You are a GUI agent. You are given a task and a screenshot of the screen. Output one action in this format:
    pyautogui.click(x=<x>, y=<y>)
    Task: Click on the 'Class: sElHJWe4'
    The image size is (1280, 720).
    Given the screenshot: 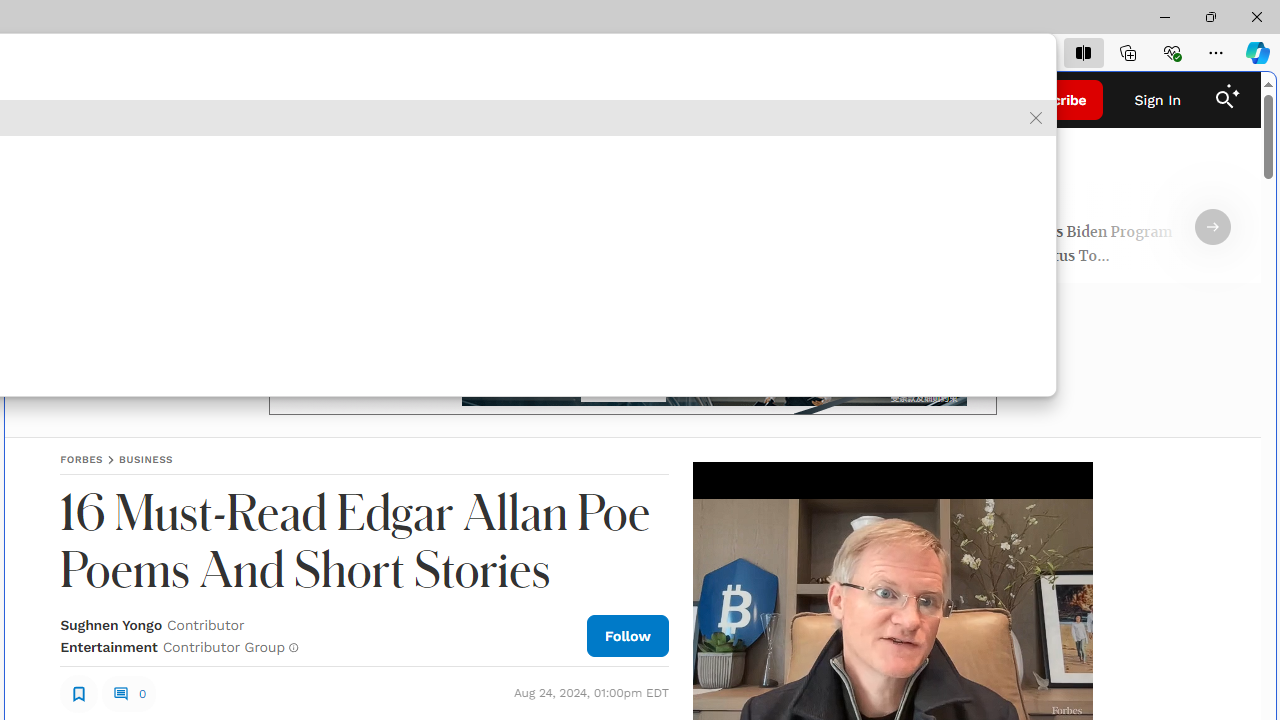 What is the action you would take?
    pyautogui.click(x=79, y=692)
    